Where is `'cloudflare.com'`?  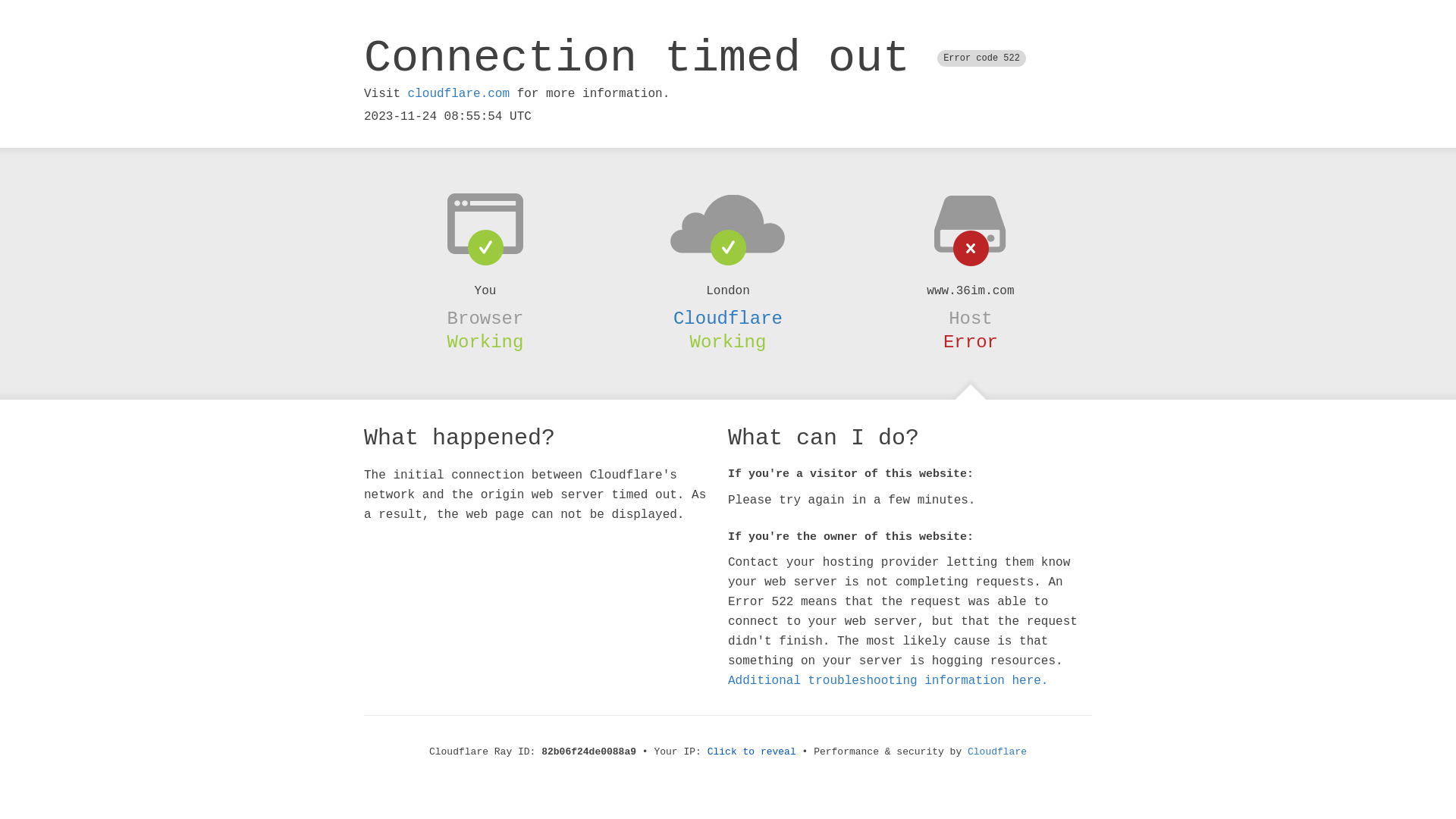 'cloudflare.com' is located at coordinates (407, 93).